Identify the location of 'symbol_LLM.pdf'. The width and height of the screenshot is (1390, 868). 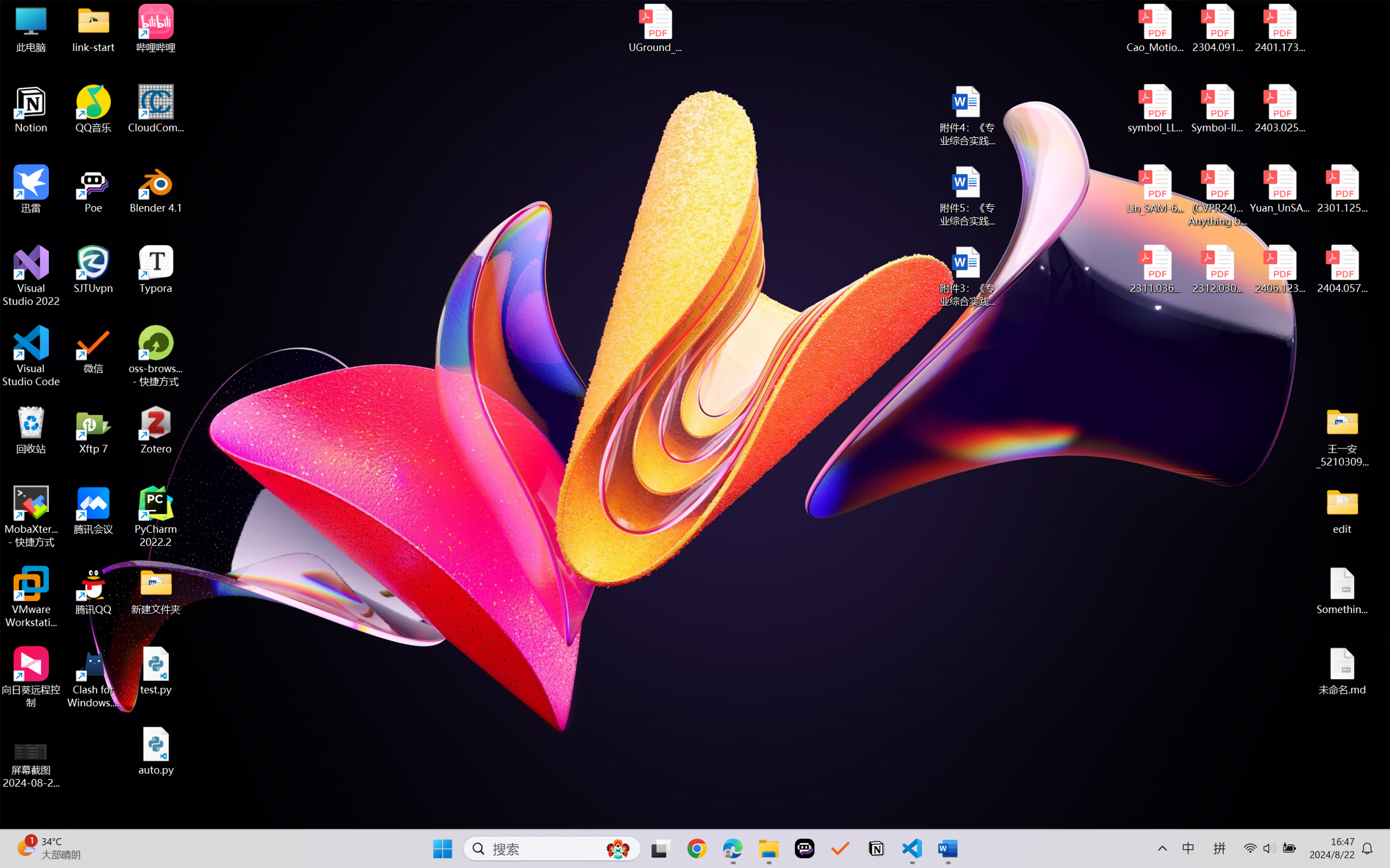
(1155, 109).